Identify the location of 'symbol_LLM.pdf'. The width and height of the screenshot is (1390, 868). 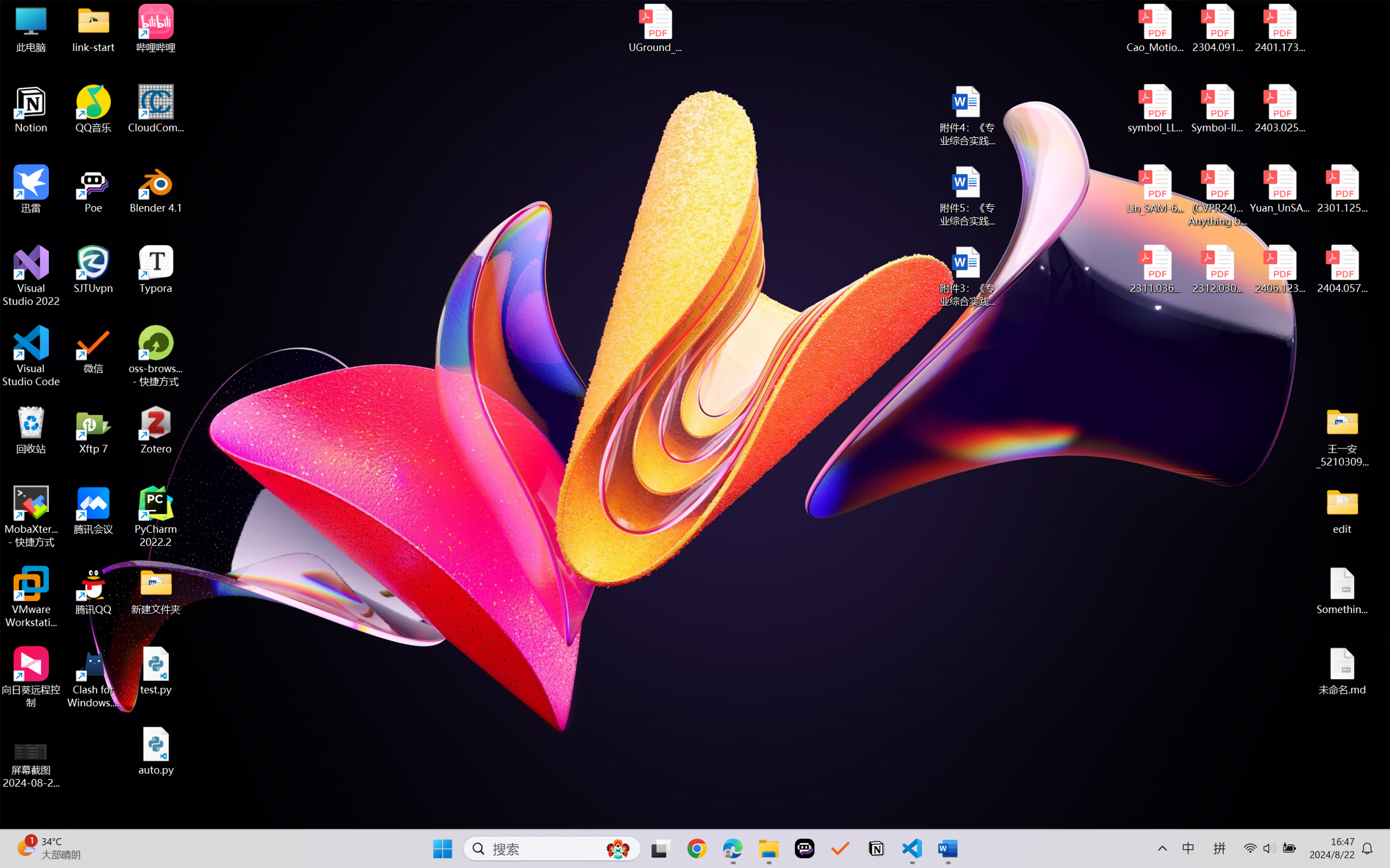
(1155, 109).